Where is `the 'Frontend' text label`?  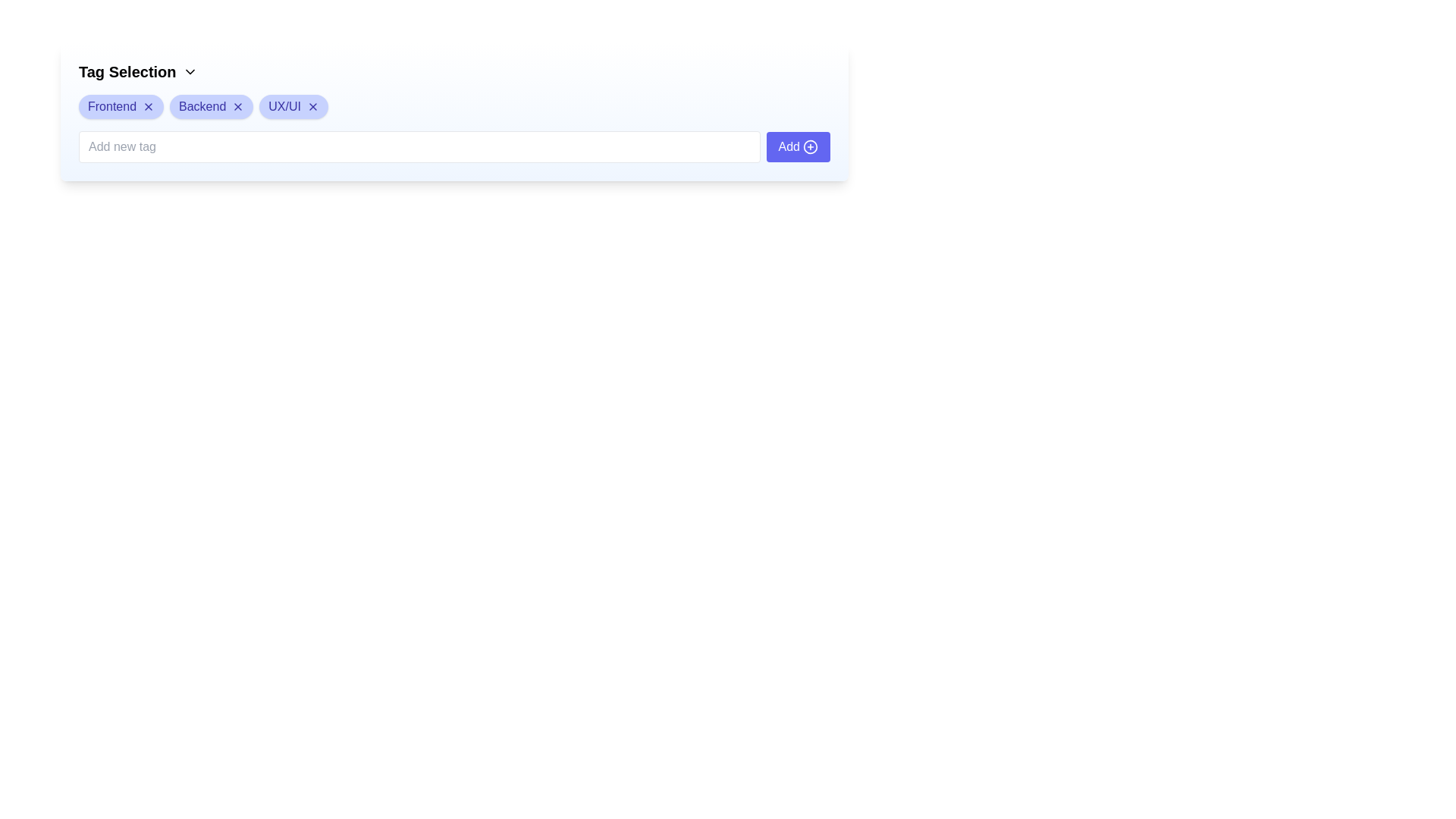
the 'Frontend' text label is located at coordinates (111, 106).